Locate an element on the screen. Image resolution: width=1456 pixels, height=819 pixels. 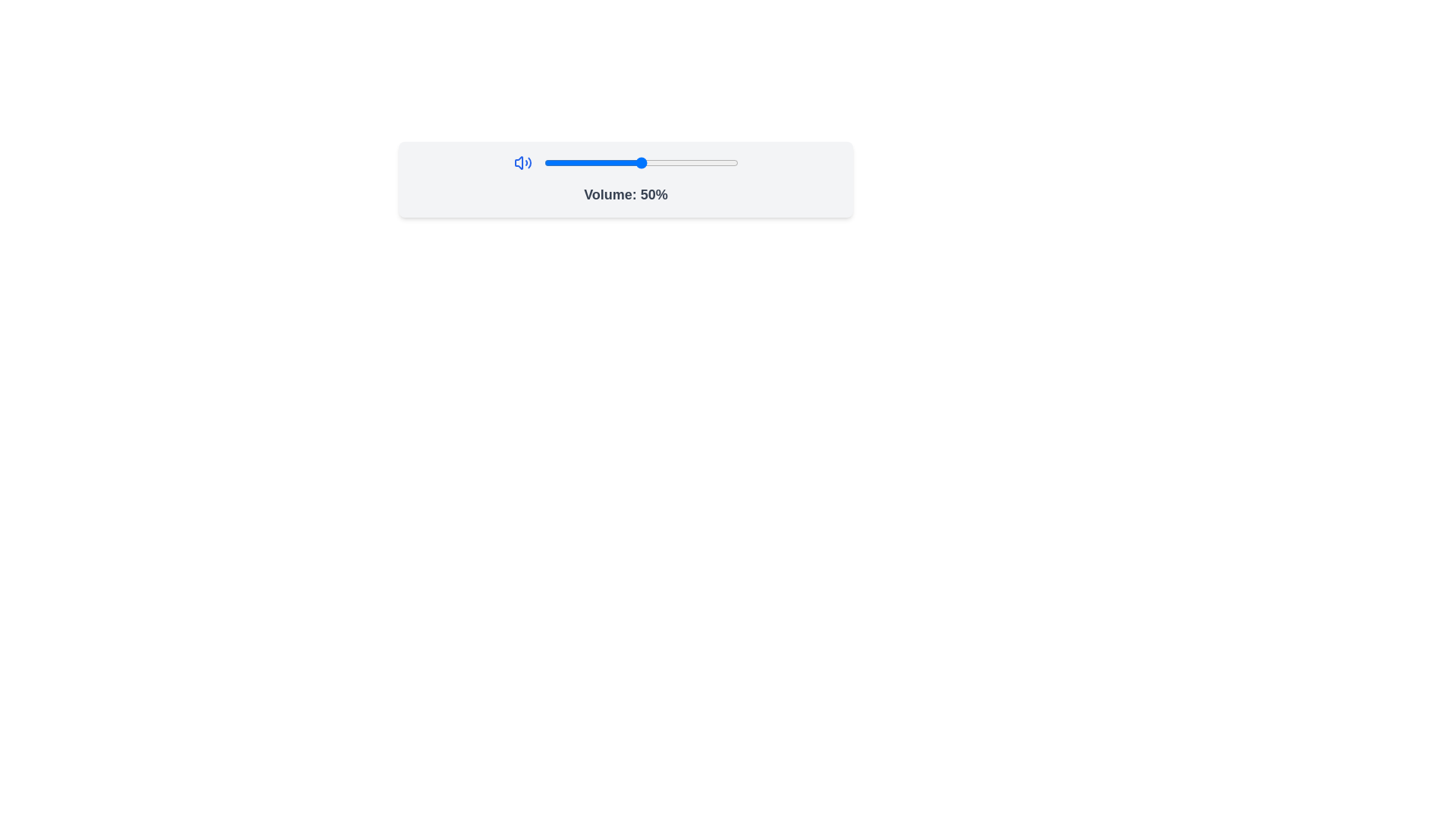
the slider volume is located at coordinates (722, 163).